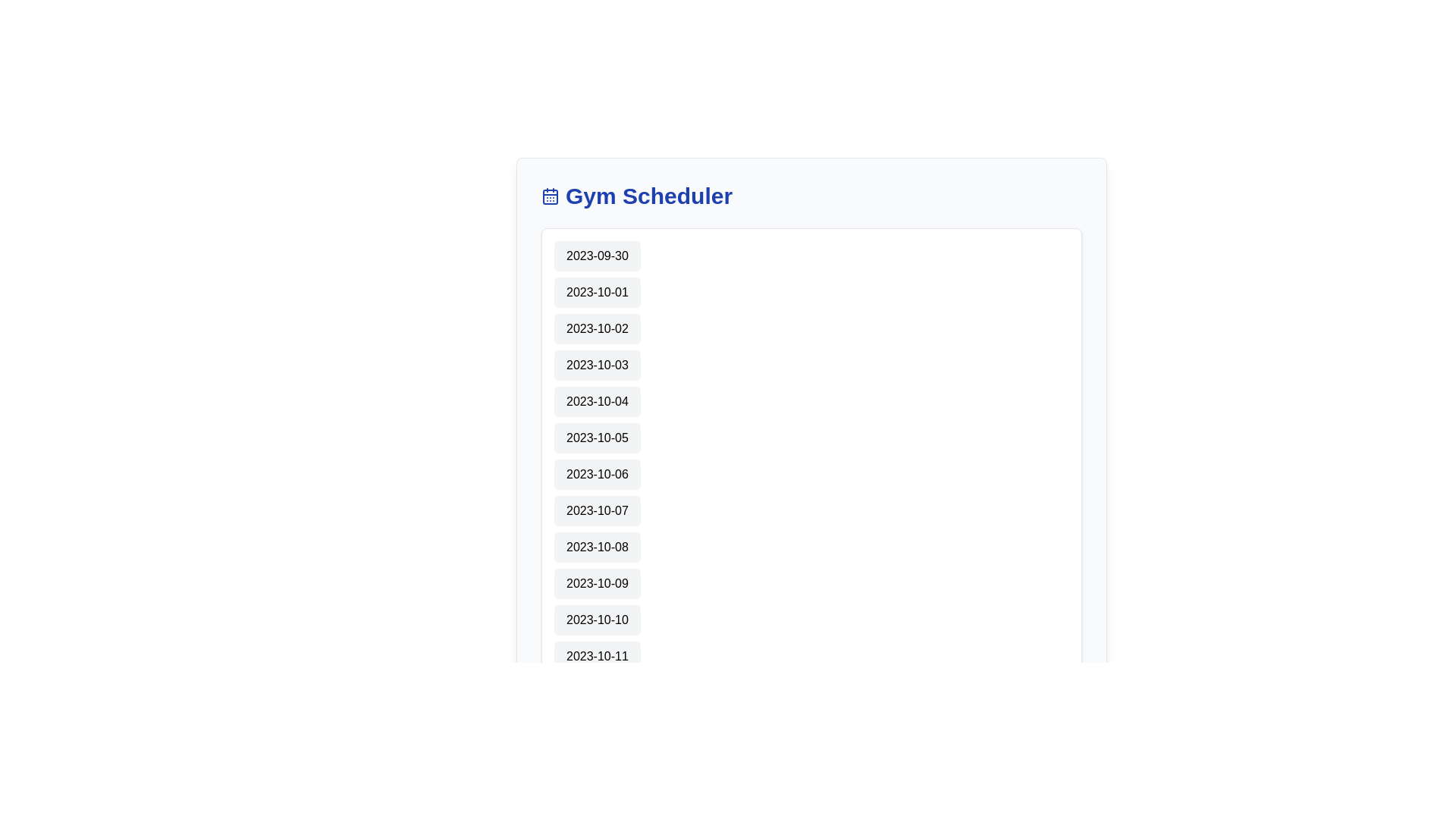  What do you see at coordinates (549, 196) in the screenshot?
I see `the small square shape with rounded corners that is part of the calendar icon located next to the 'Gym Scheduler' text` at bounding box center [549, 196].